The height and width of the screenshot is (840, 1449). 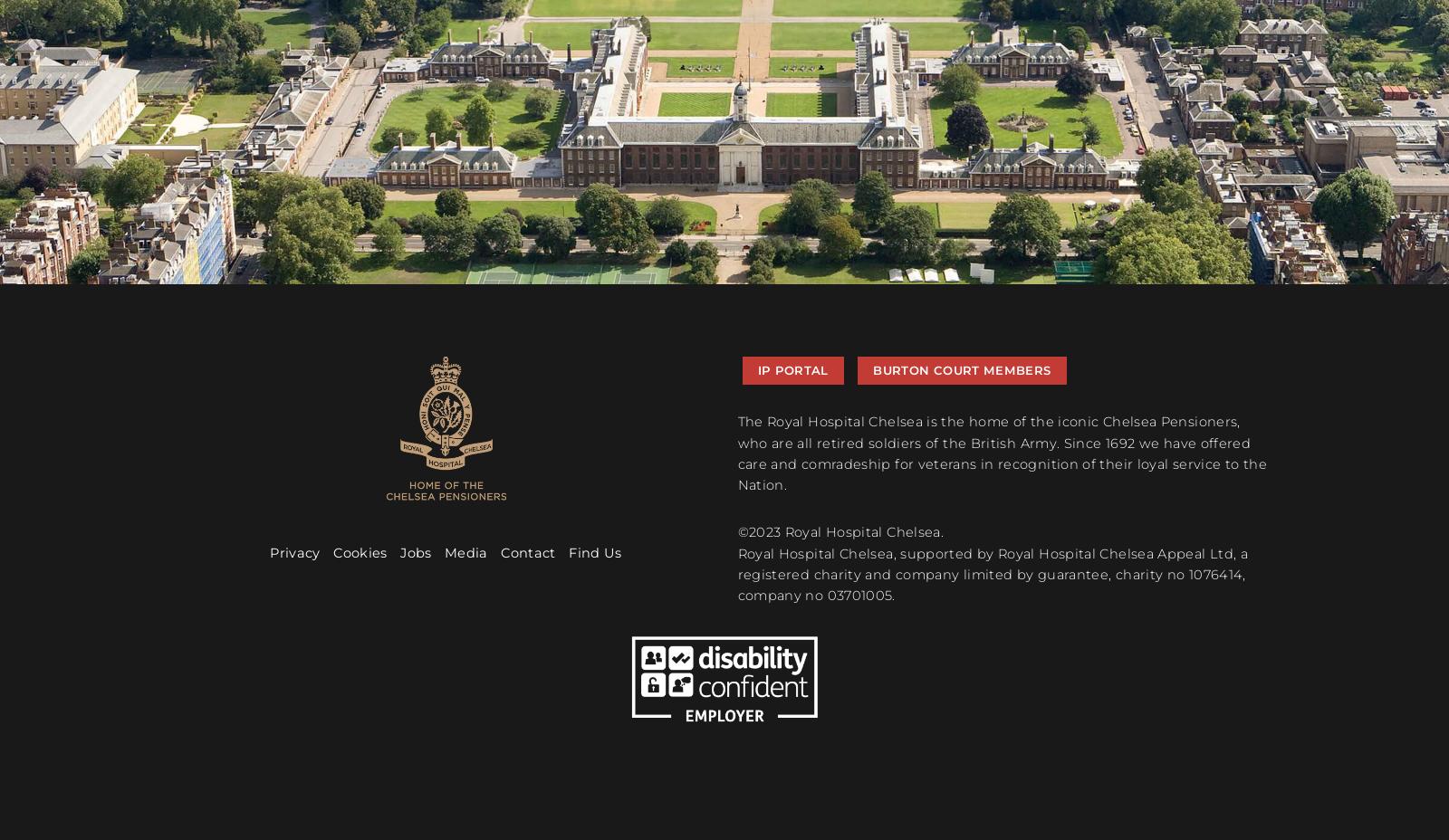 What do you see at coordinates (736, 453) in the screenshot?
I see `'The Royal Hospital Chelsea is the home of the iconic Chelsea Pensioners, who are all retired soldiers of the British Army. Since 1692 we have offered care and comradeship for veterans in recognition of their loyal service to the Nation.'` at bounding box center [736, 453].